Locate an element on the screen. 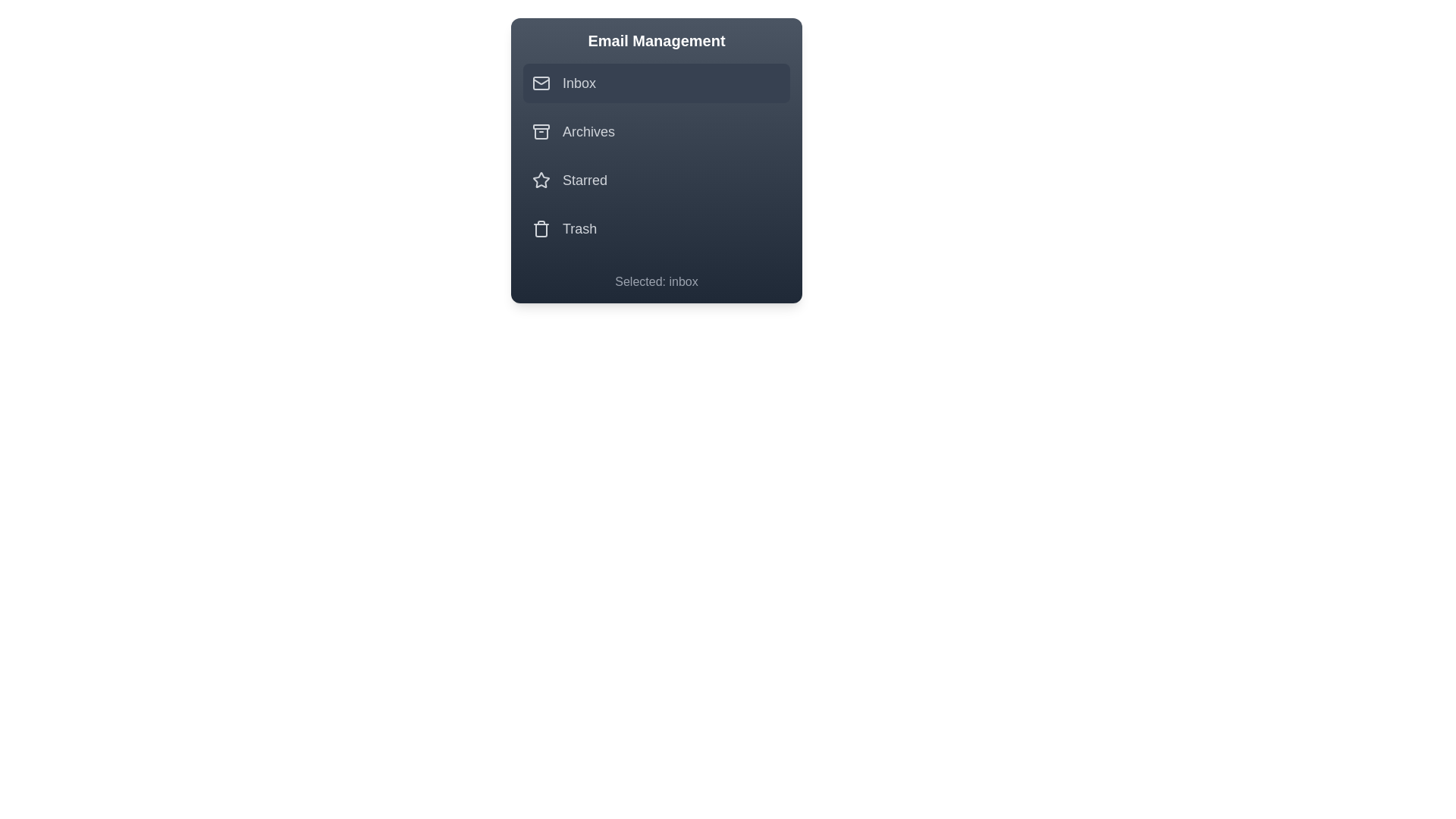 The height and width of the screenshot is (819, 1456). the category Inbox by clicking its button is located at coordinates (656, 83).